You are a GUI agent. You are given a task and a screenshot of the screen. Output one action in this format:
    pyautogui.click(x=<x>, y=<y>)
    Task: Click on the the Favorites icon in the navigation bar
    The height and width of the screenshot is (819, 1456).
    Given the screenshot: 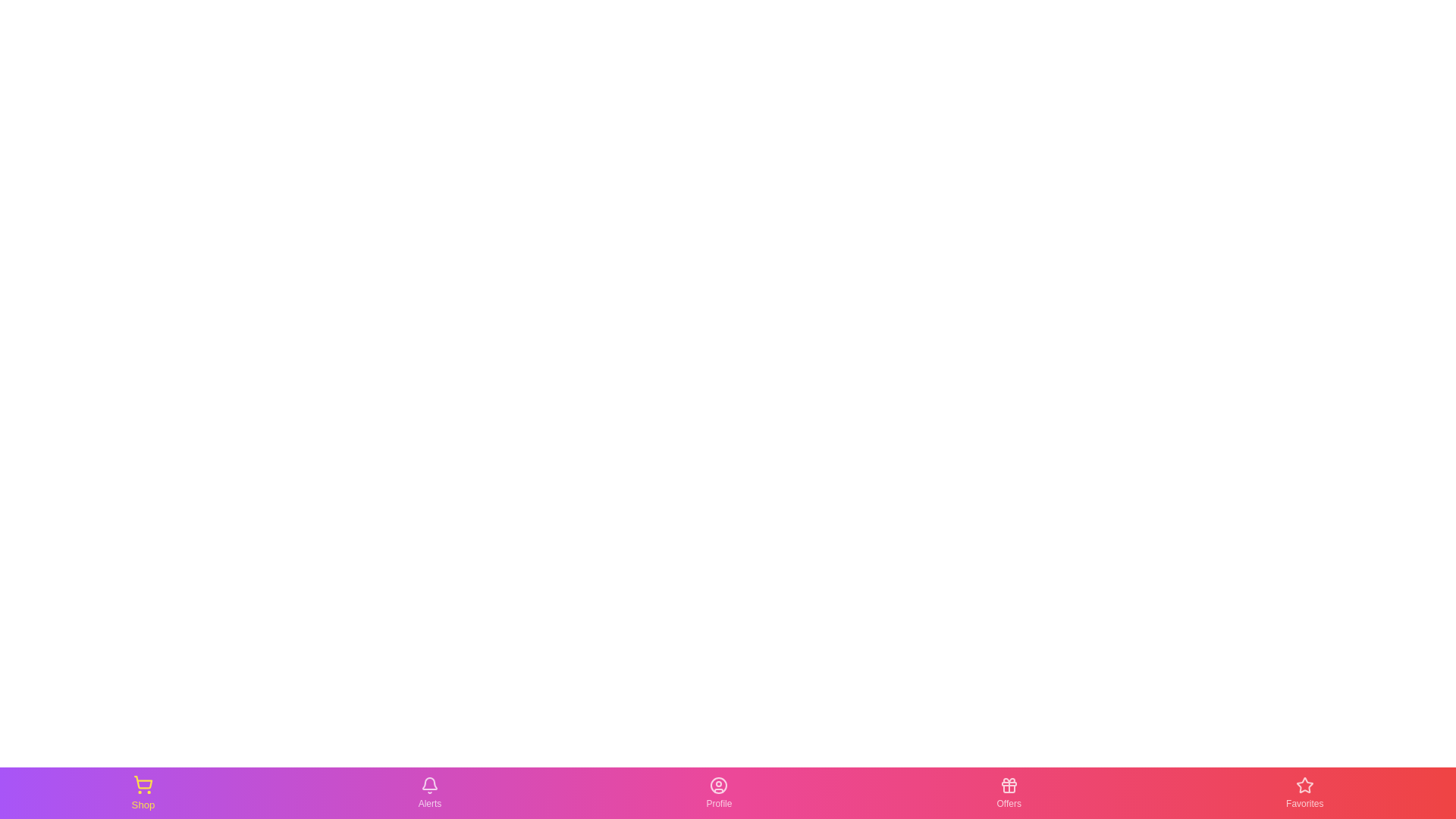 What is the action you would take?
    pyautogui.click(x=1304, y=792)
    